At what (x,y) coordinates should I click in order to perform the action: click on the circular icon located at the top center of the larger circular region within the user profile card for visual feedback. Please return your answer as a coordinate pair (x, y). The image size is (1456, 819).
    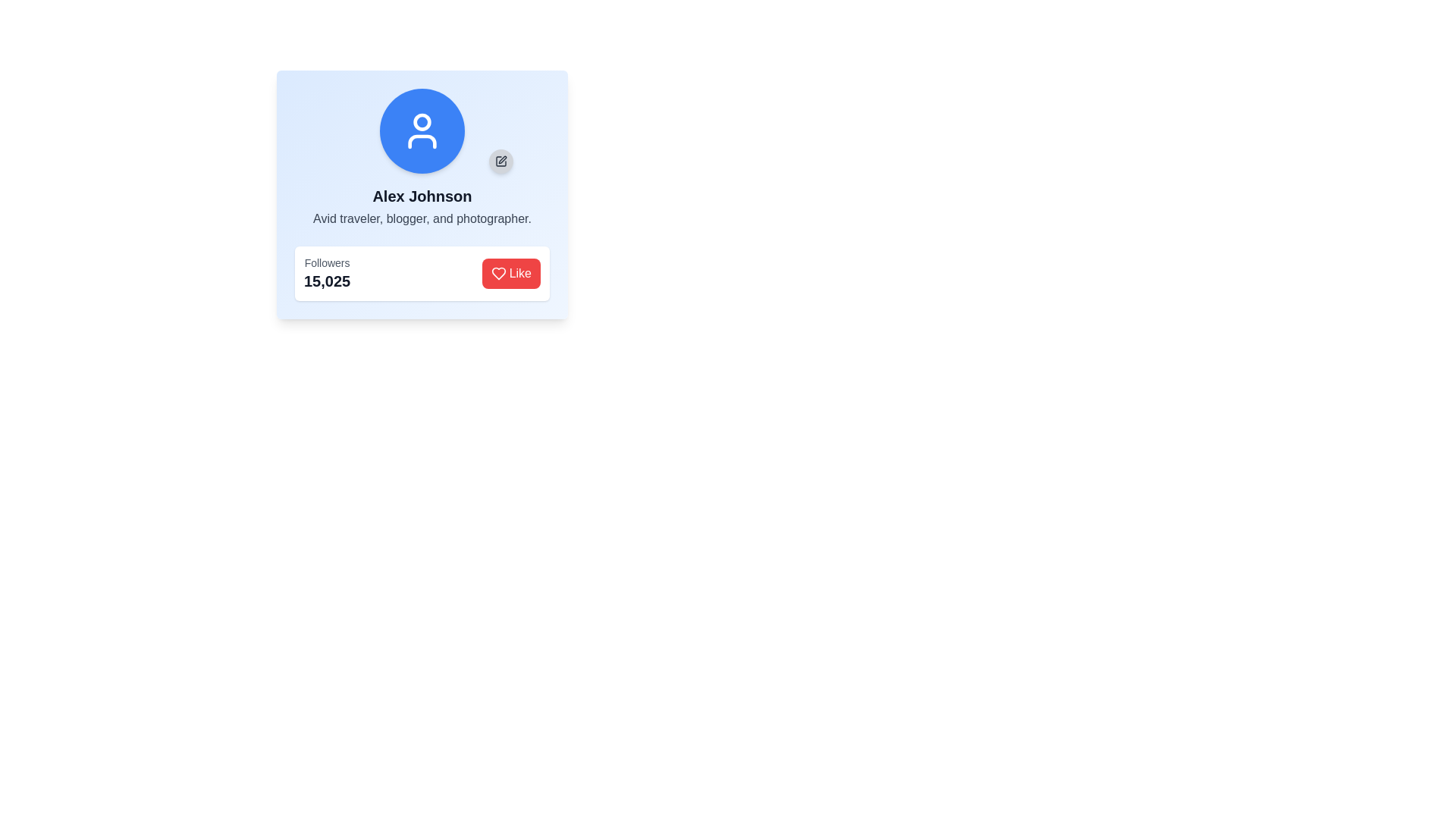
    Looking at the image, I should click on (422, 121).